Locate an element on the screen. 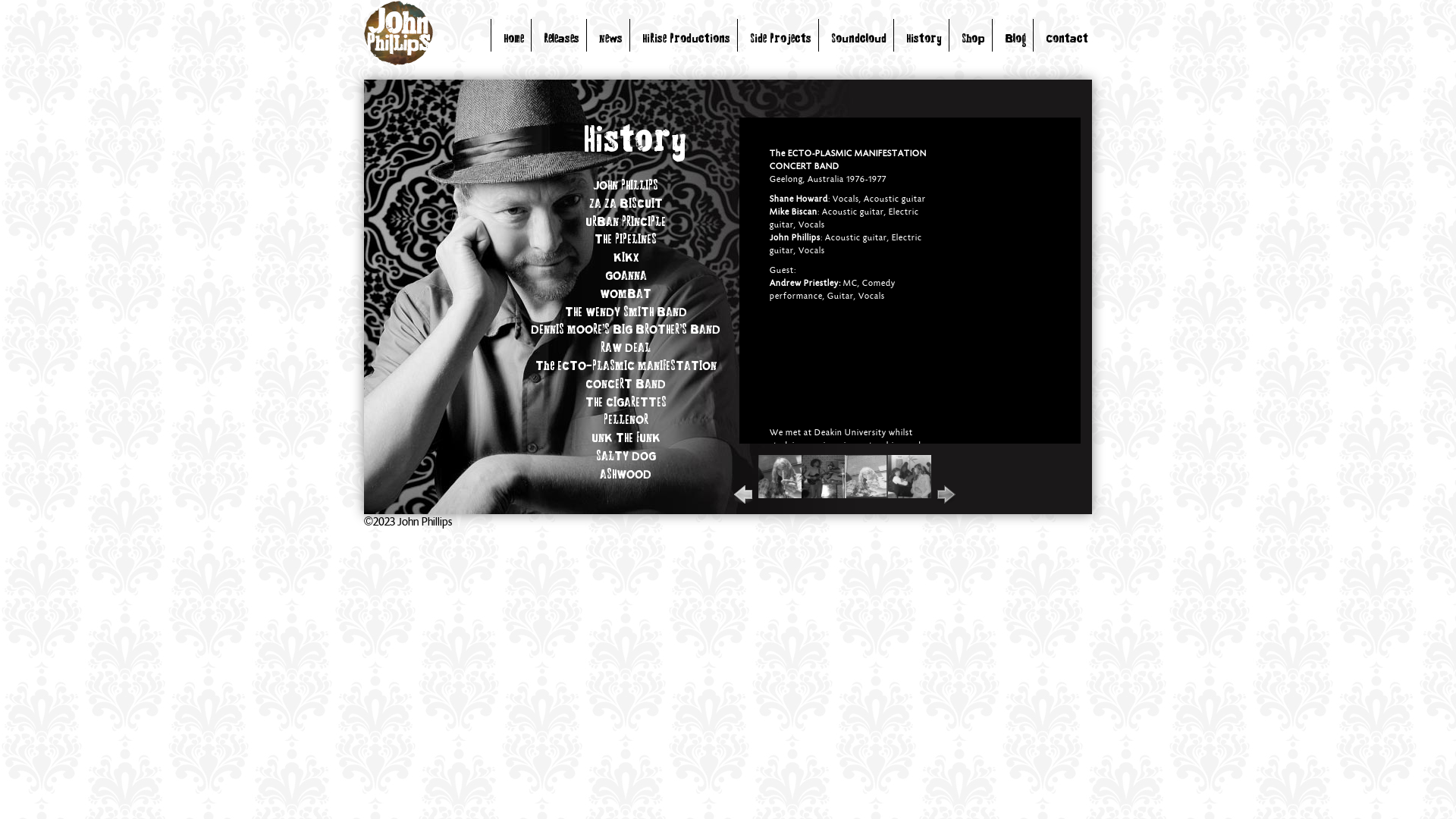 The height and width of the screenshot is (819, 1456). 'ZA ZA BISCUIT' is located at coordinates (588, 205).